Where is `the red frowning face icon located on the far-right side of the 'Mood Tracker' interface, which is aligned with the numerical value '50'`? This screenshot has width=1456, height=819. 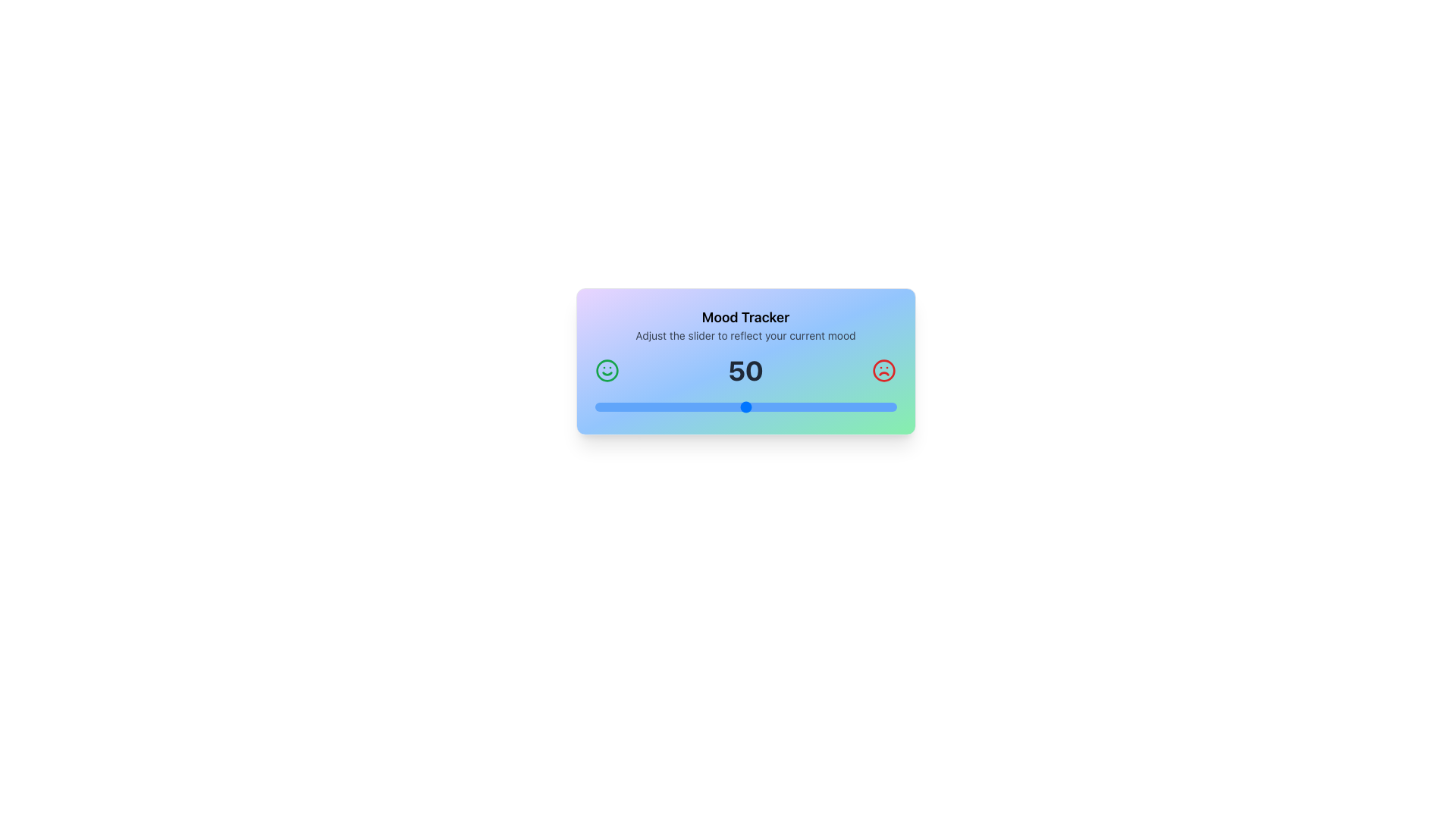 the red frowning face icon located on the far-right side of the 'Mood Tracker' interface, which is aligned with the numerical value '50' is located at coordinates (884, 371).